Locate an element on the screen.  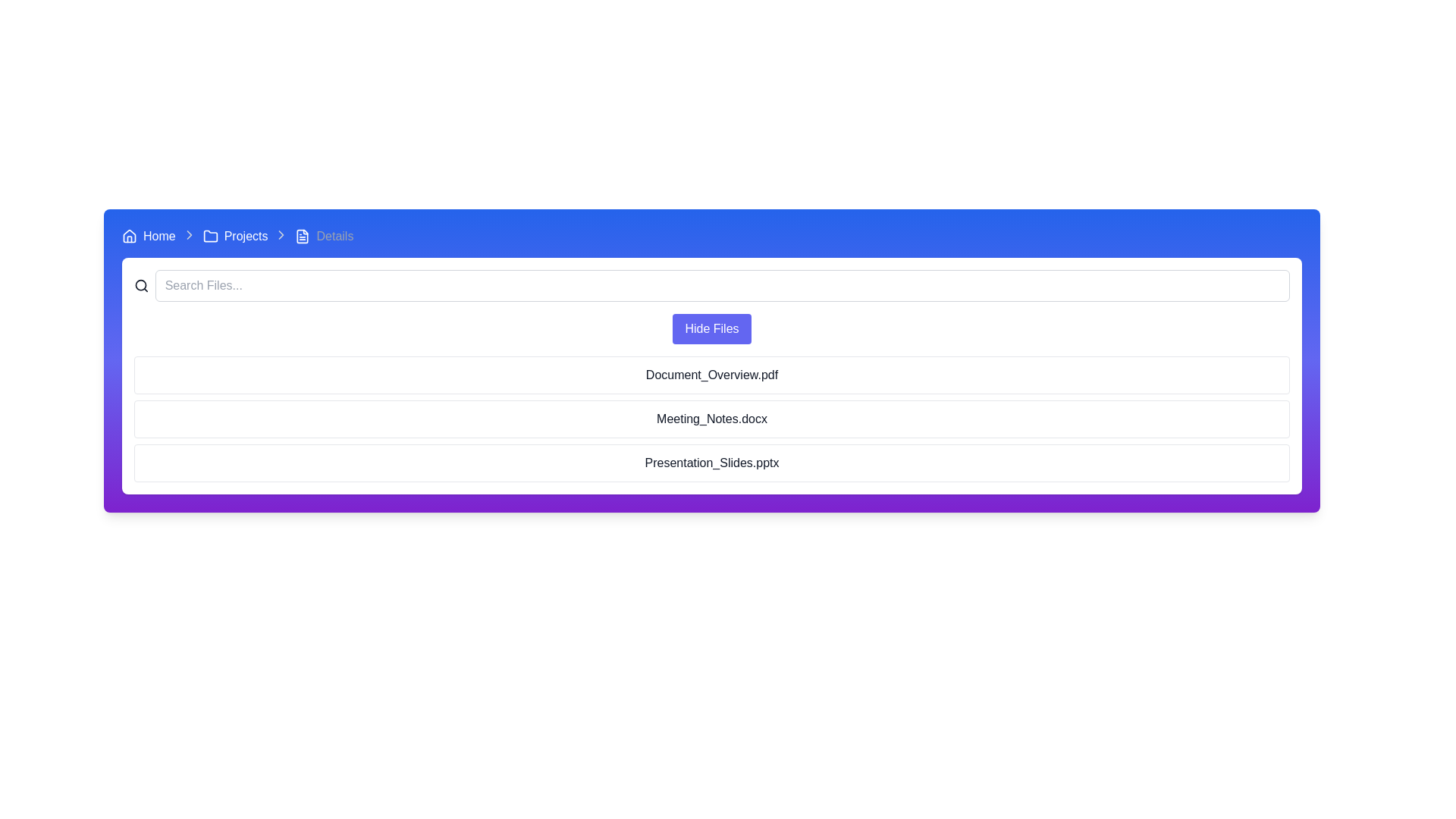
the 'Home' icon located at the top-left of the interface, which serves as a navigation button to return to the main page of the application is located at coordinates (130, 236).